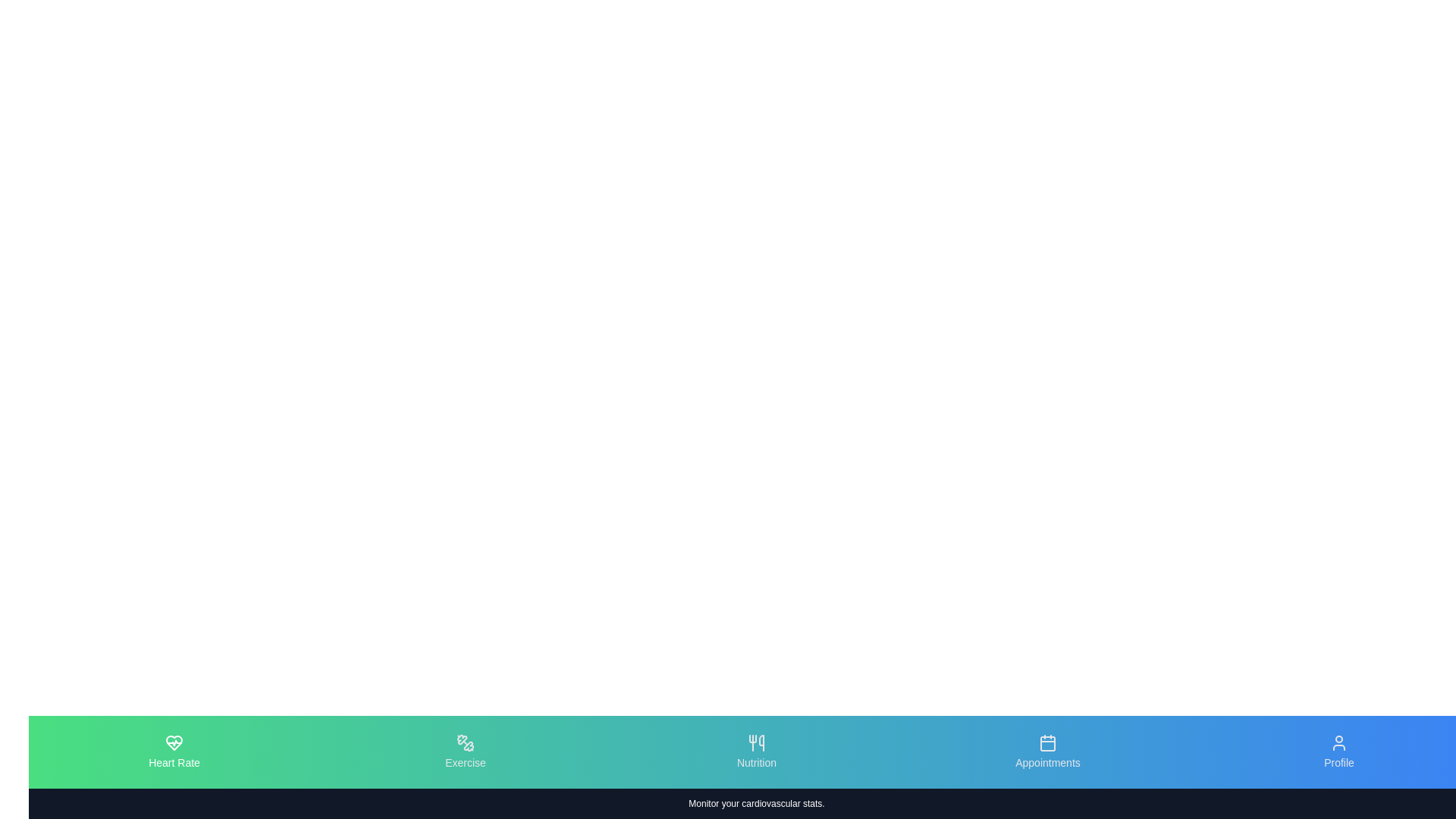 This screenshot has width=1456, height=819. Describe the element at coordinates (465, 752) in the screenshot. I see `the tab labeled Exercise` at that location.